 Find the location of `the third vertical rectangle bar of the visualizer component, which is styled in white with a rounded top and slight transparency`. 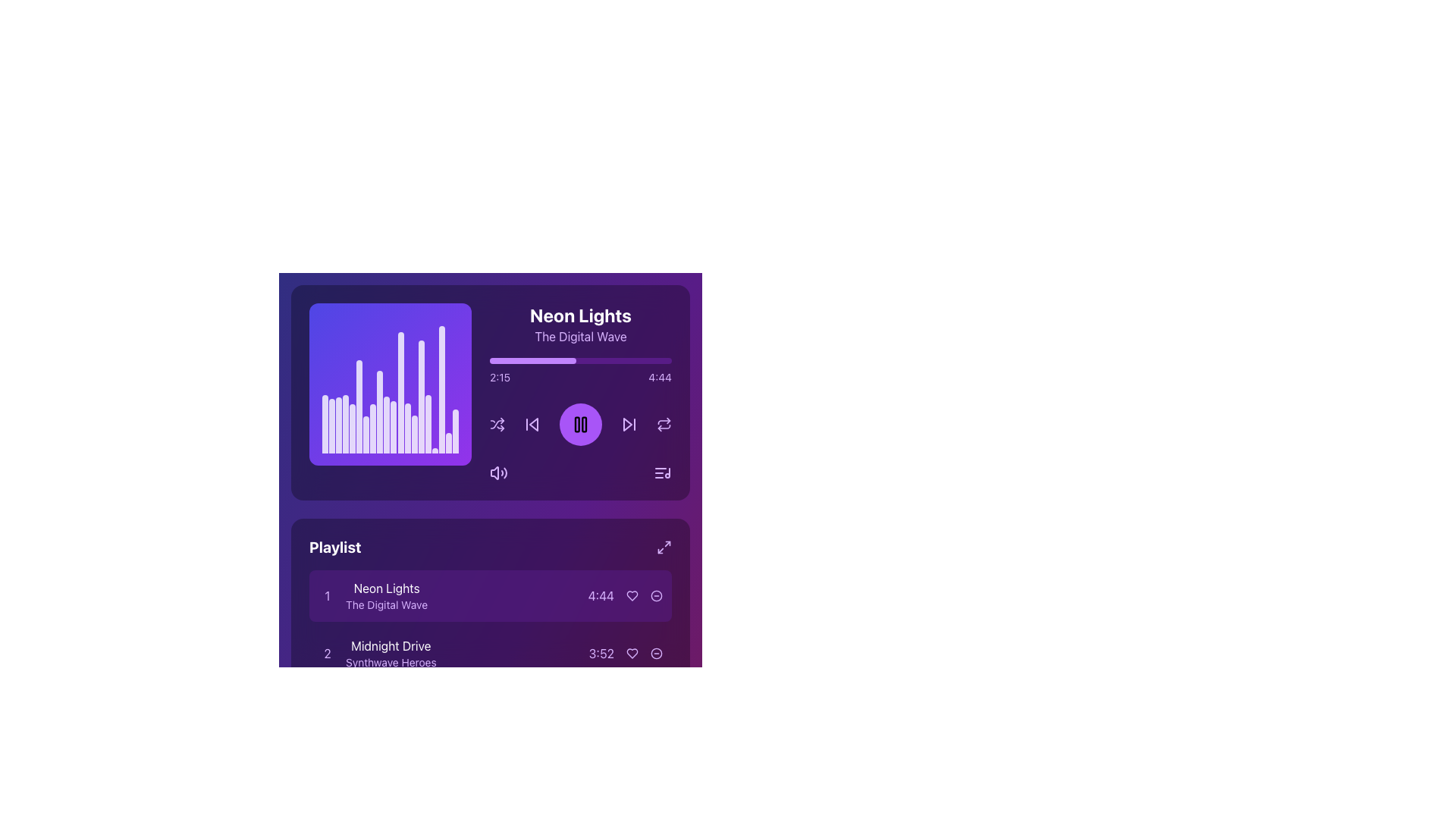

the third vertical rectangle bar of the visualizer component, which is styled in white with a rounded top and slight transparency is located at coordinates (337, 425).